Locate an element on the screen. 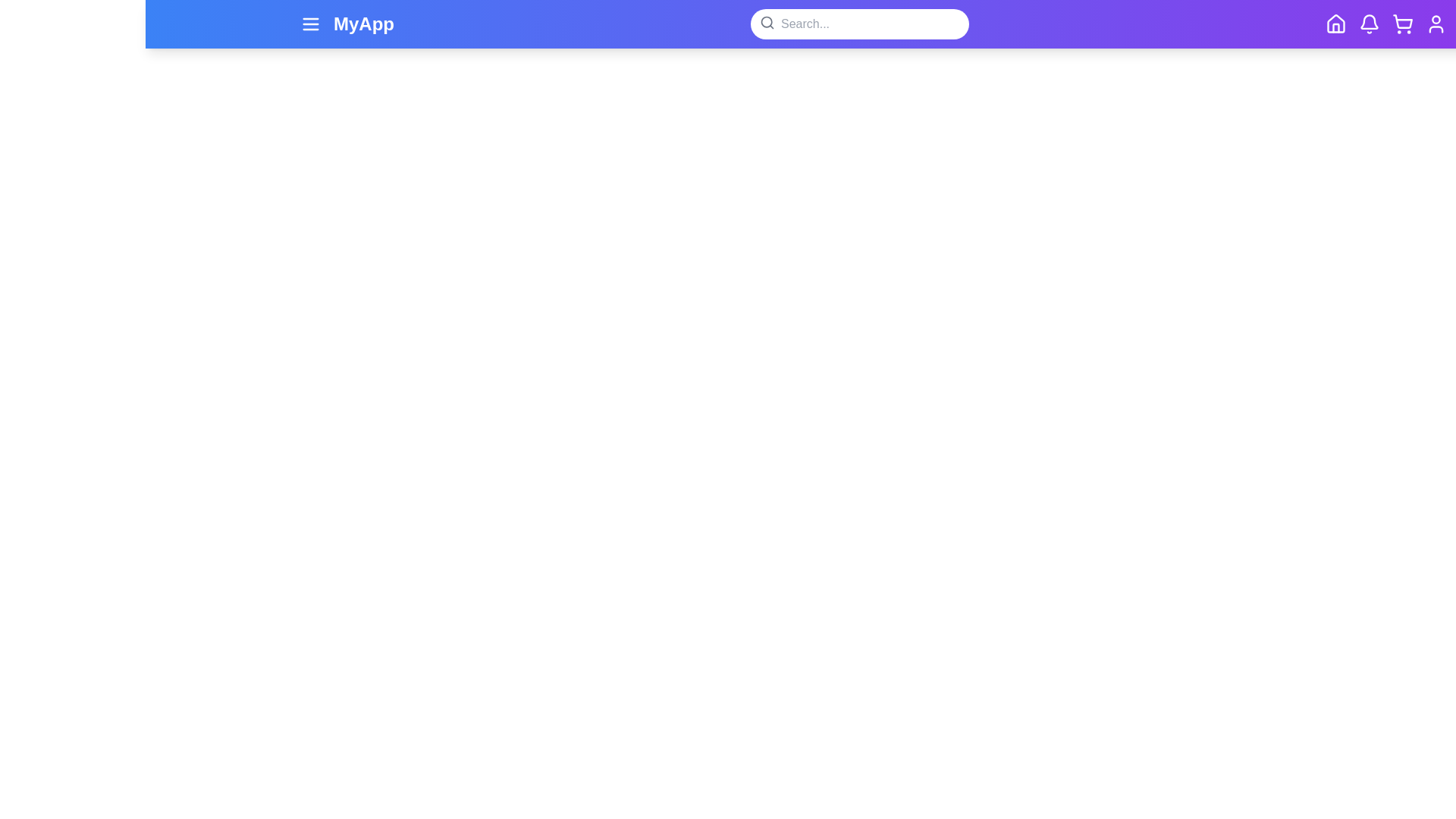 This screenshot has width=1456, height=819. the search bar and type a search query is located at coordinates (859, 24).